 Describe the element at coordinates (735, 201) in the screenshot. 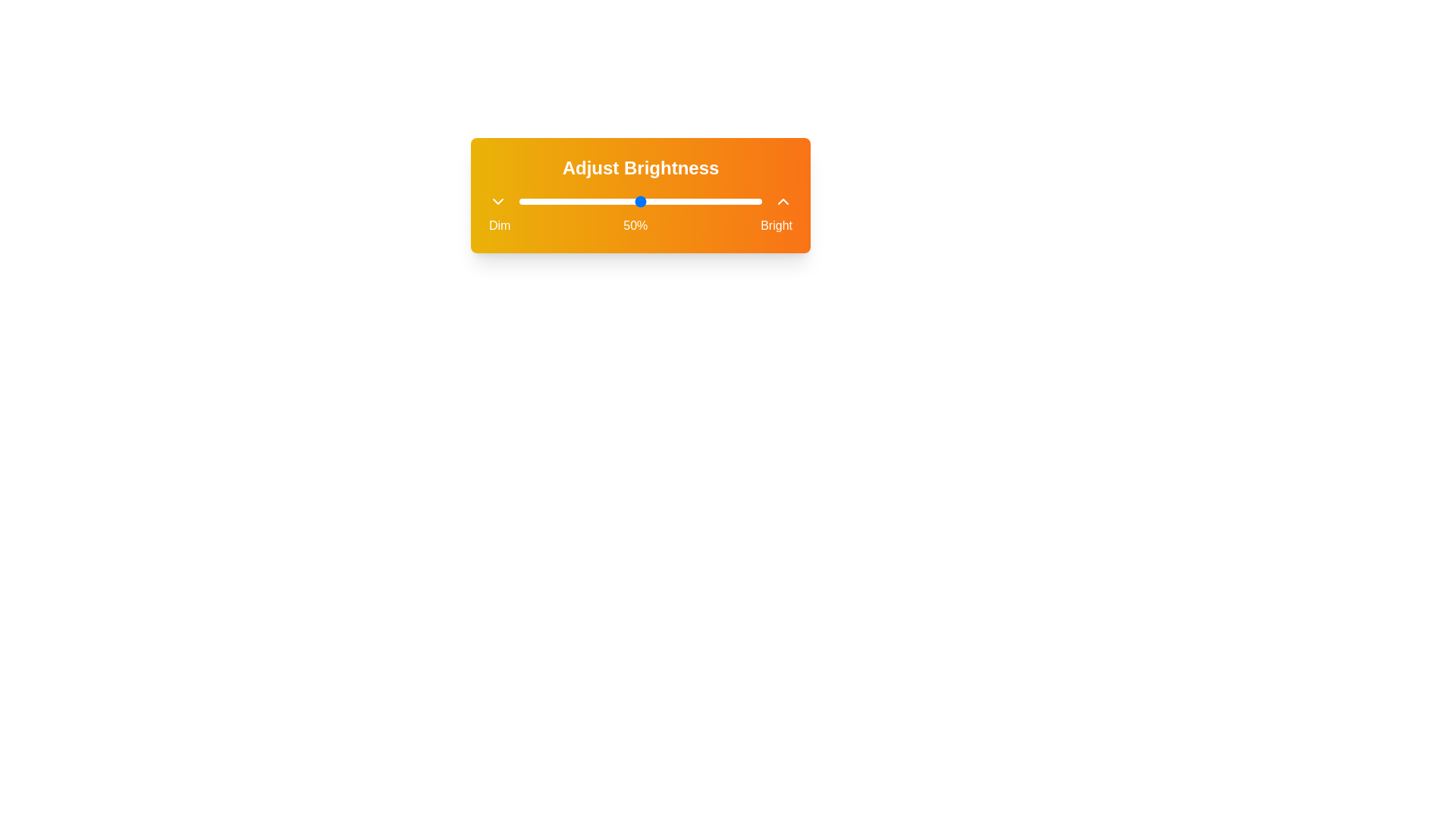

I see `brightness` at that location.